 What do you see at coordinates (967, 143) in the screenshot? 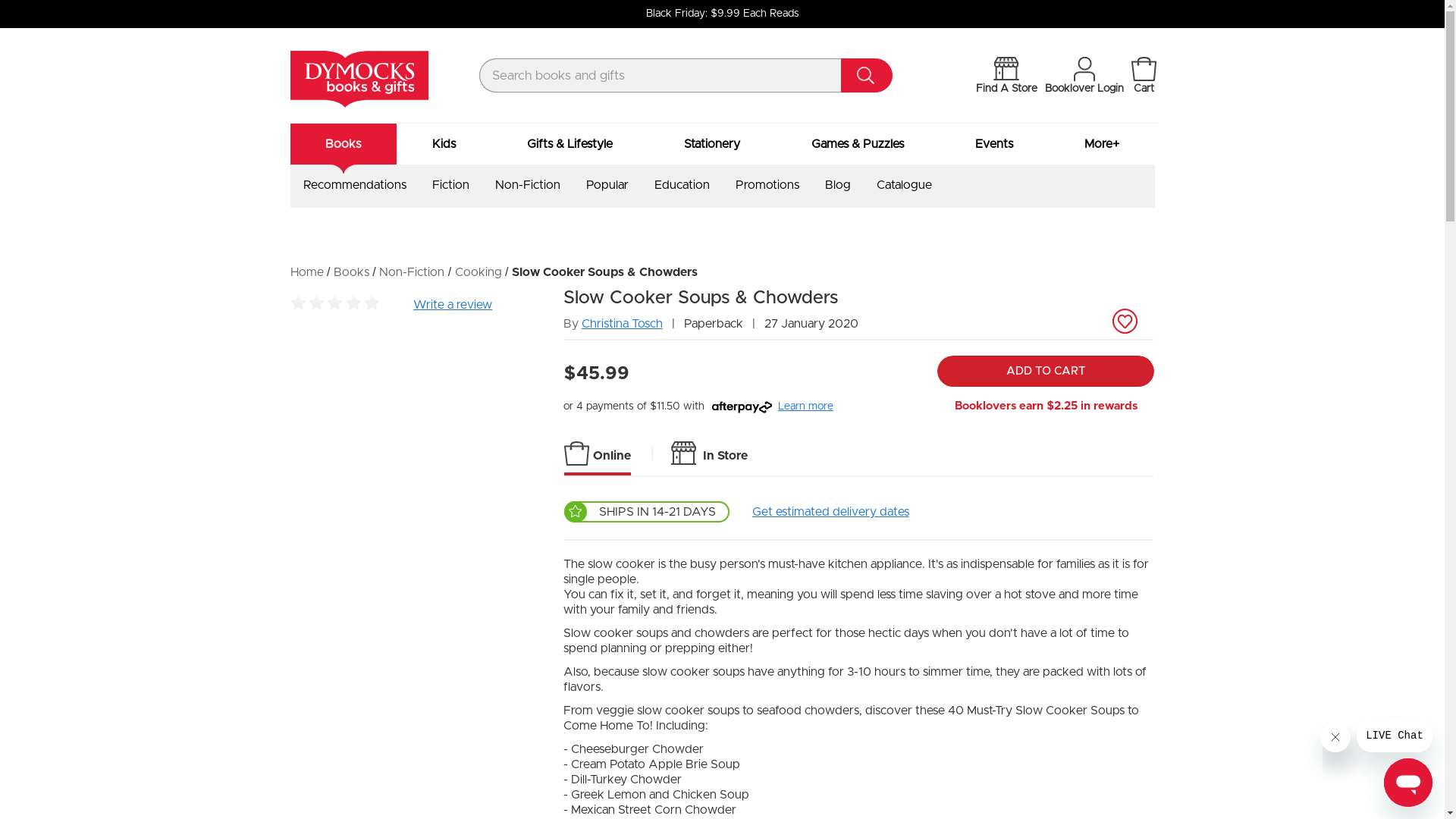
I see `'Events'` at bounding box center [967, 143].